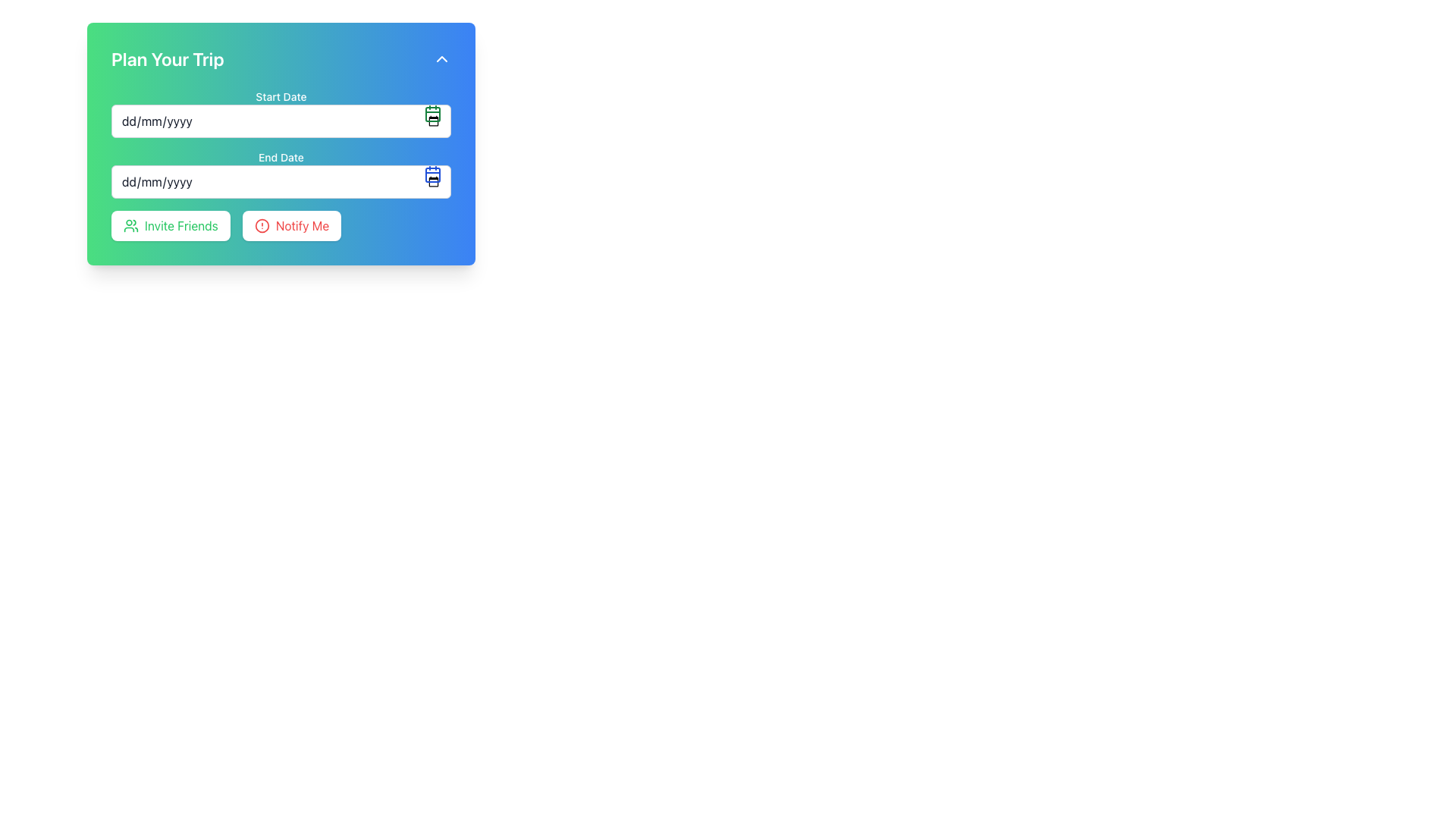 The image size is (1456, 819). Describe the element at coordinates (281, 225) in the screenshot. I see `the 'Invite Friends' or 'Notify Me' button in the button group located at the bottom of the 'Plan Your Trip' panel` at that location.